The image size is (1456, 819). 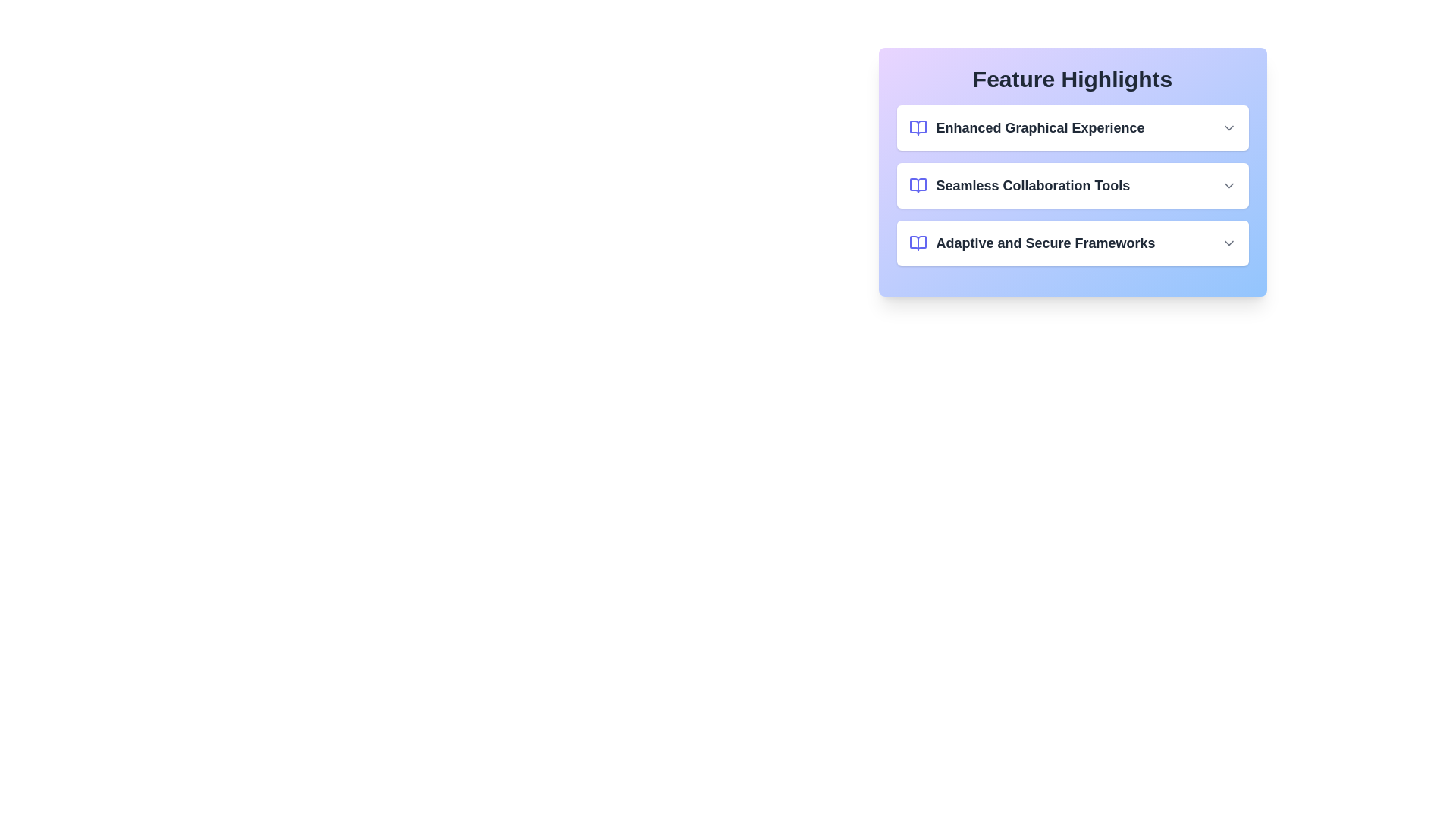 I want to click on the lower part of the open book icon located to the left of the 'Enhanced Graphical Experience' label, so click(x=917, y=127).